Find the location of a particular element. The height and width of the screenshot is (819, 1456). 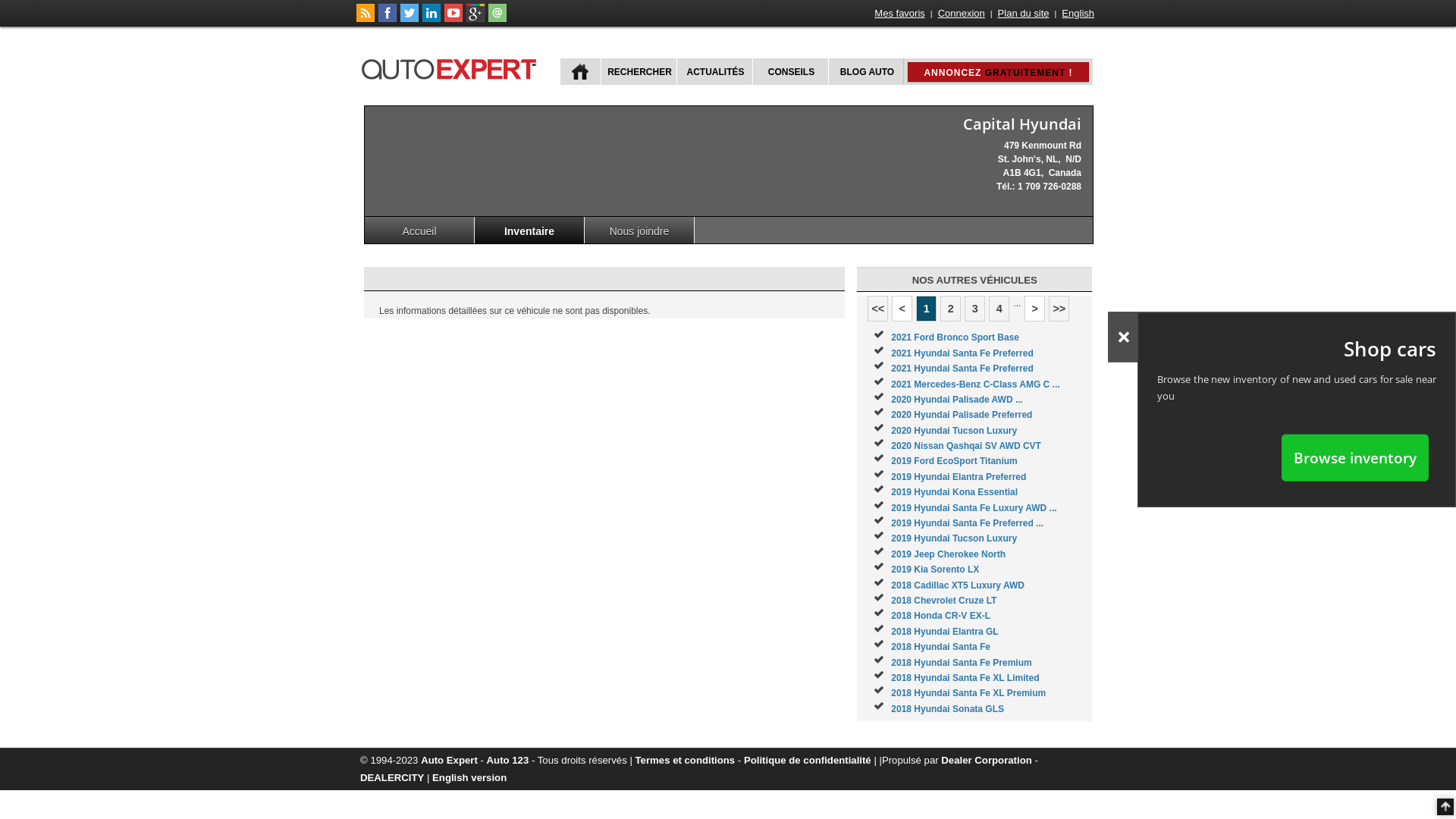

'2018 Honda CR-V EX-L' is located at coordinates (940, 616).